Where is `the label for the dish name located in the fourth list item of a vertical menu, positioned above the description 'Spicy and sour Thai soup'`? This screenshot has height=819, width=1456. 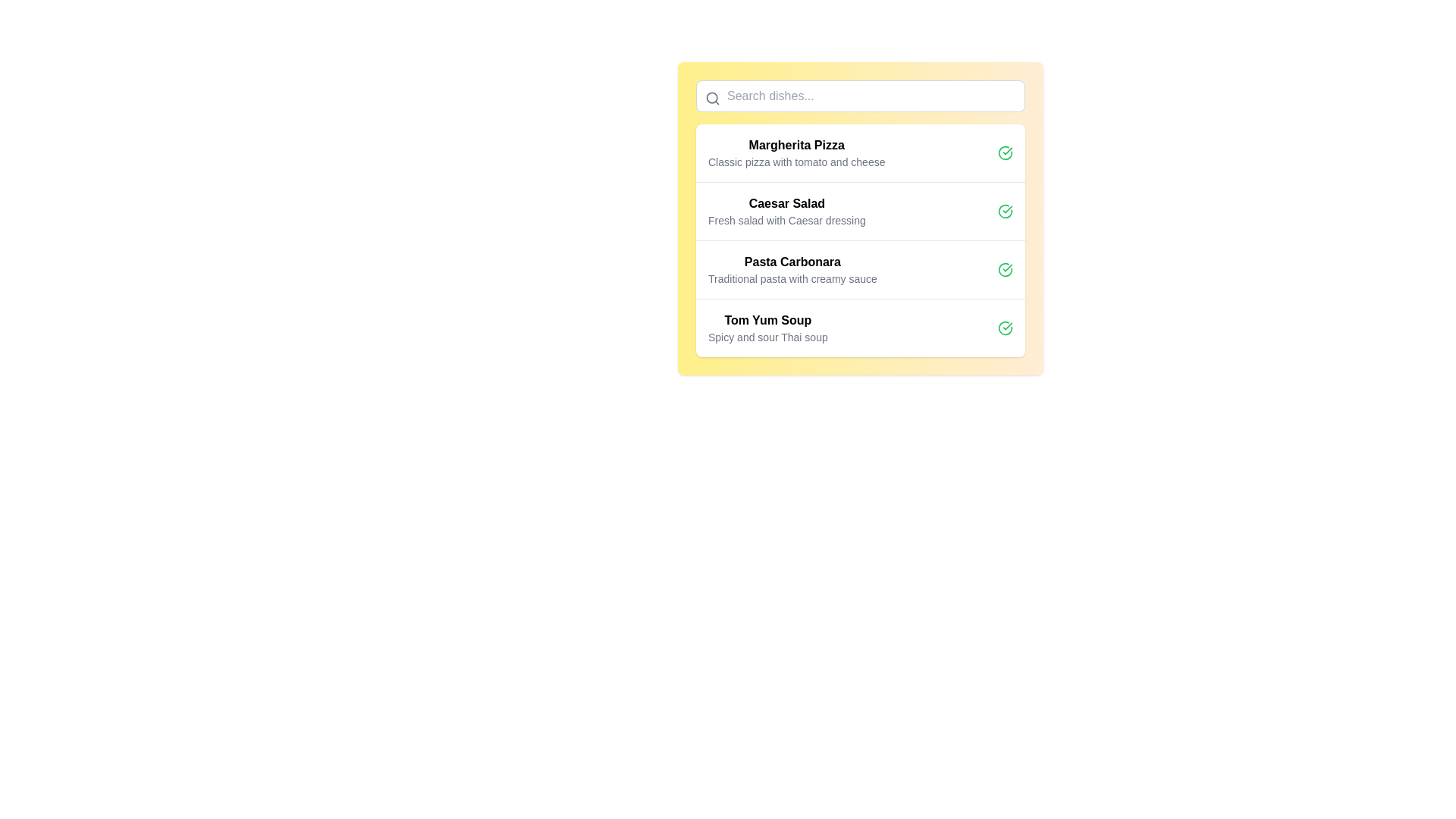 the label for the dish name located in the fourth list item of a vertical menu, positioned above the description 'Spicy and sour Thai soup' is located at coordinates (767, 320).